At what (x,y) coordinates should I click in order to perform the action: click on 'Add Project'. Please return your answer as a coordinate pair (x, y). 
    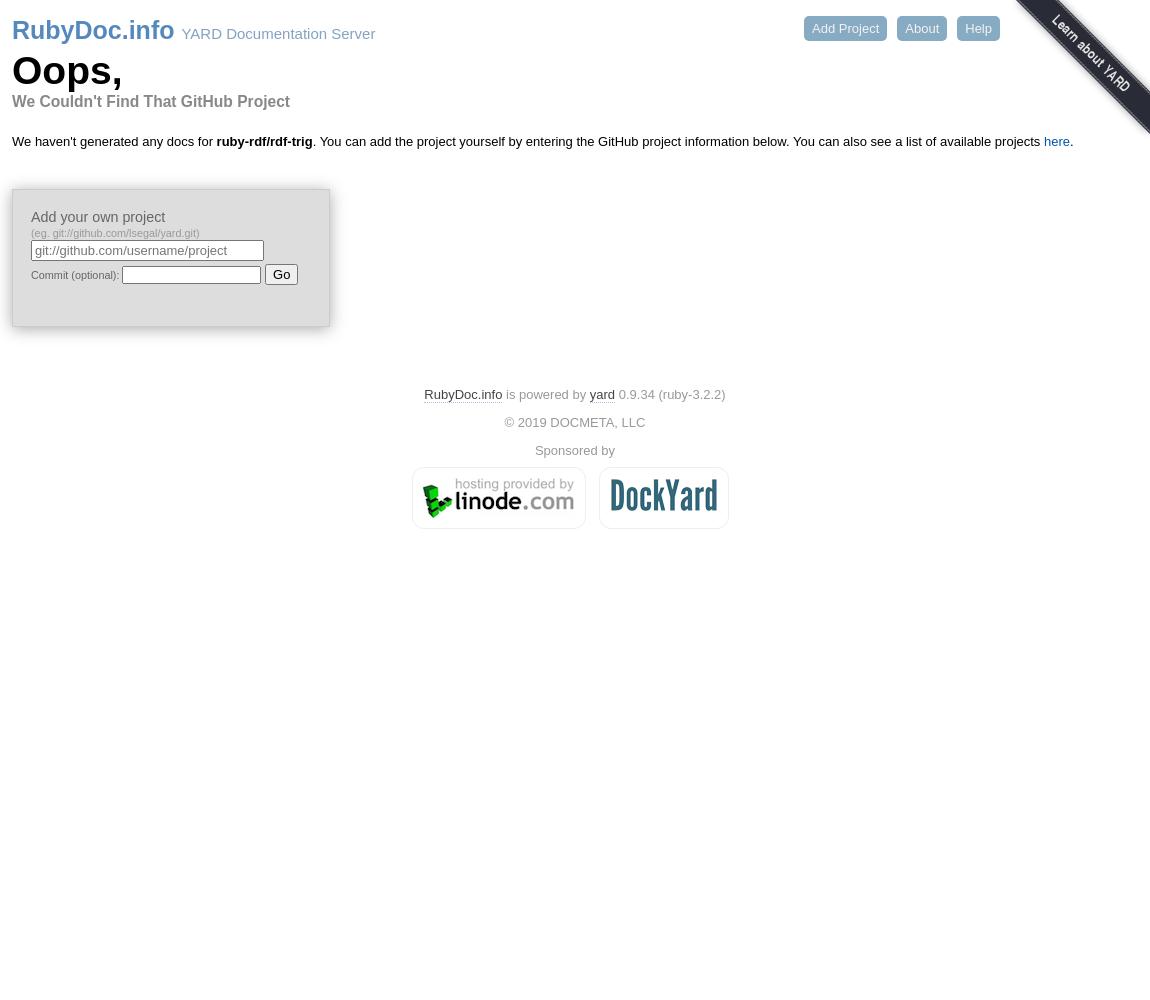
    Looking at the image, I should click on (844, 28).